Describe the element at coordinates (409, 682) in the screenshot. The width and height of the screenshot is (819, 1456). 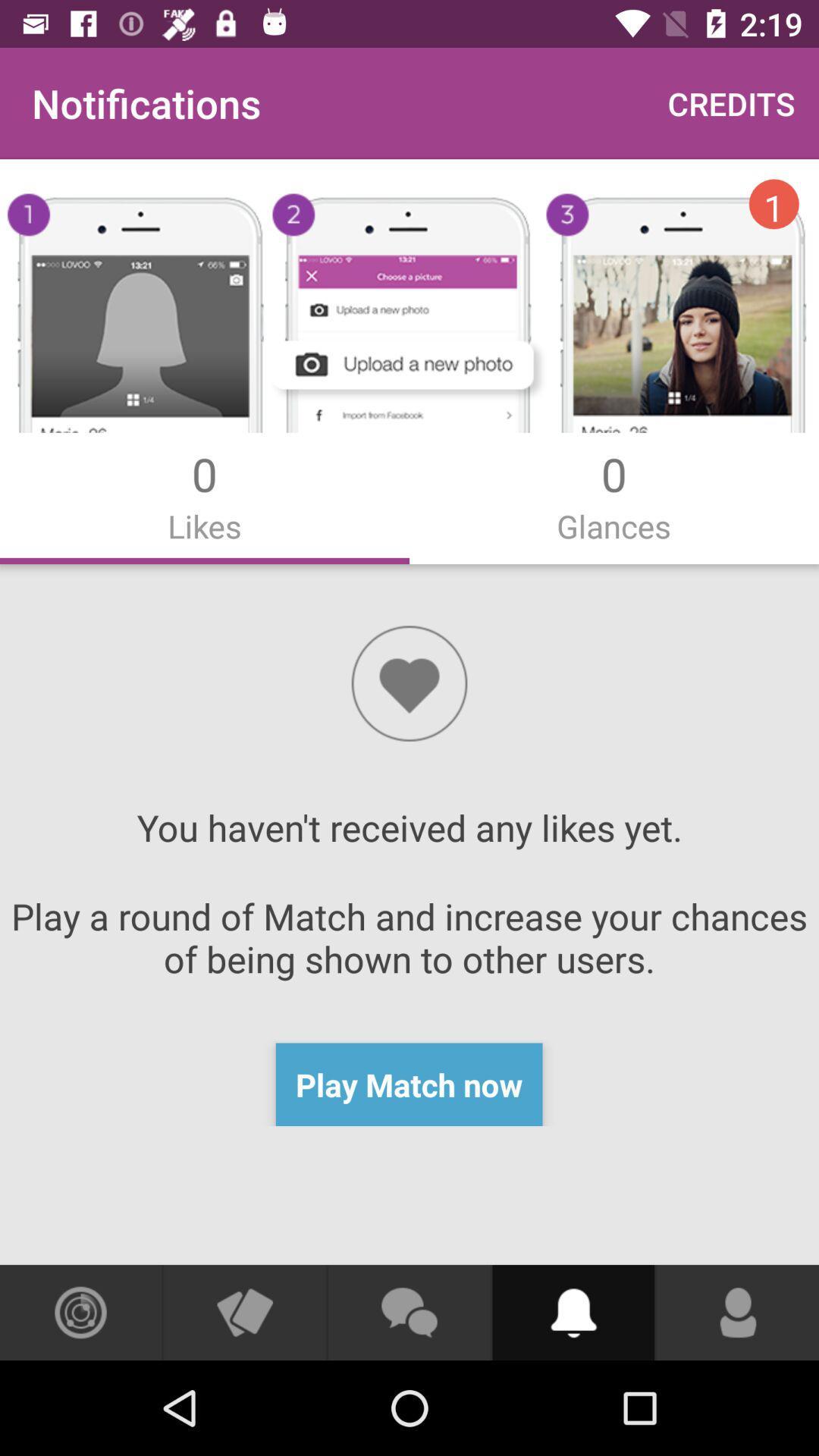
I see `the heart symbol` at that location.